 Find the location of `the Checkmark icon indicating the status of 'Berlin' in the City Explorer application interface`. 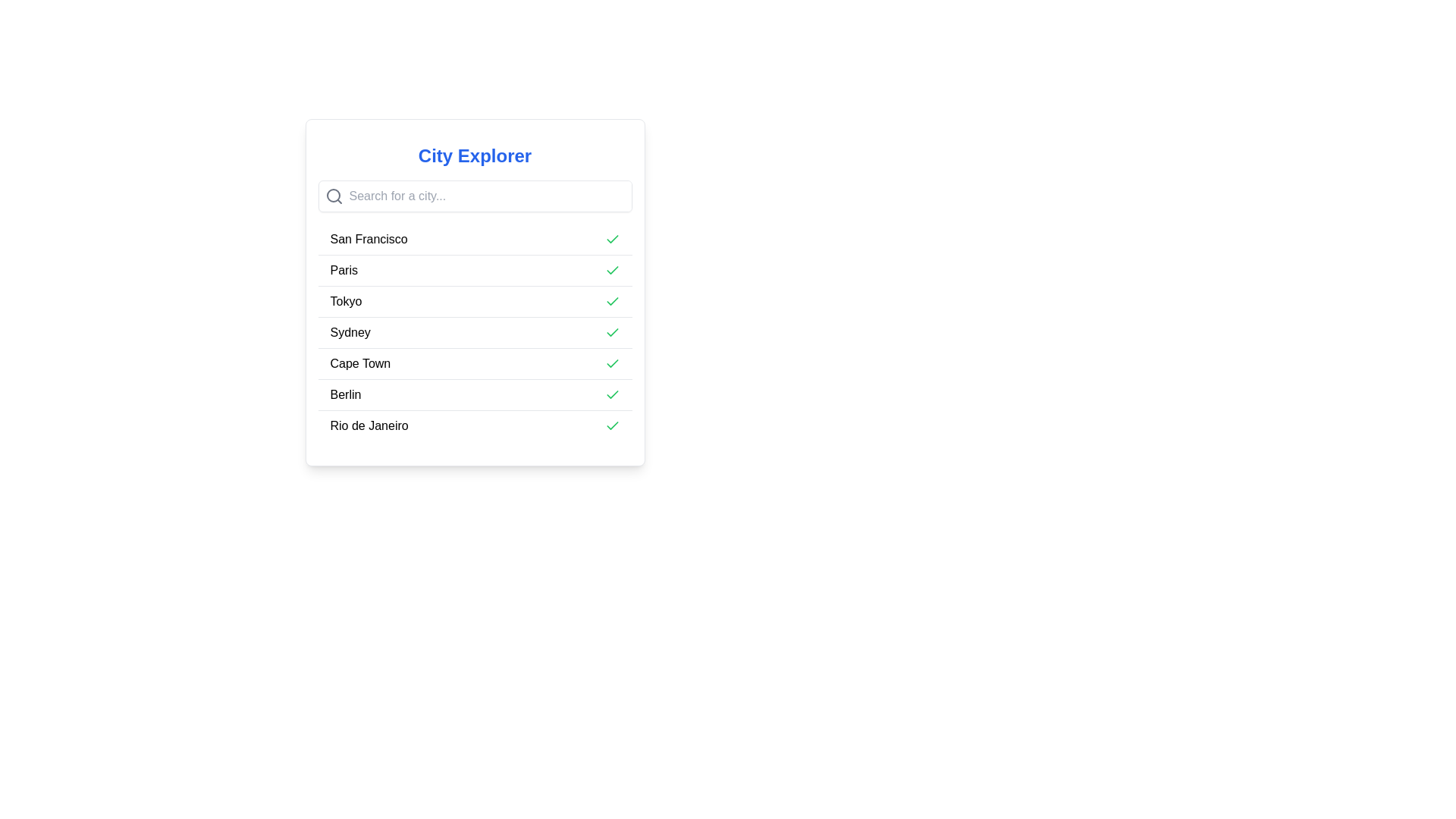

the Checkmark icon indicating the status of 'Berlin' in the City Explorer application interface is located at coordinates (612, 394).